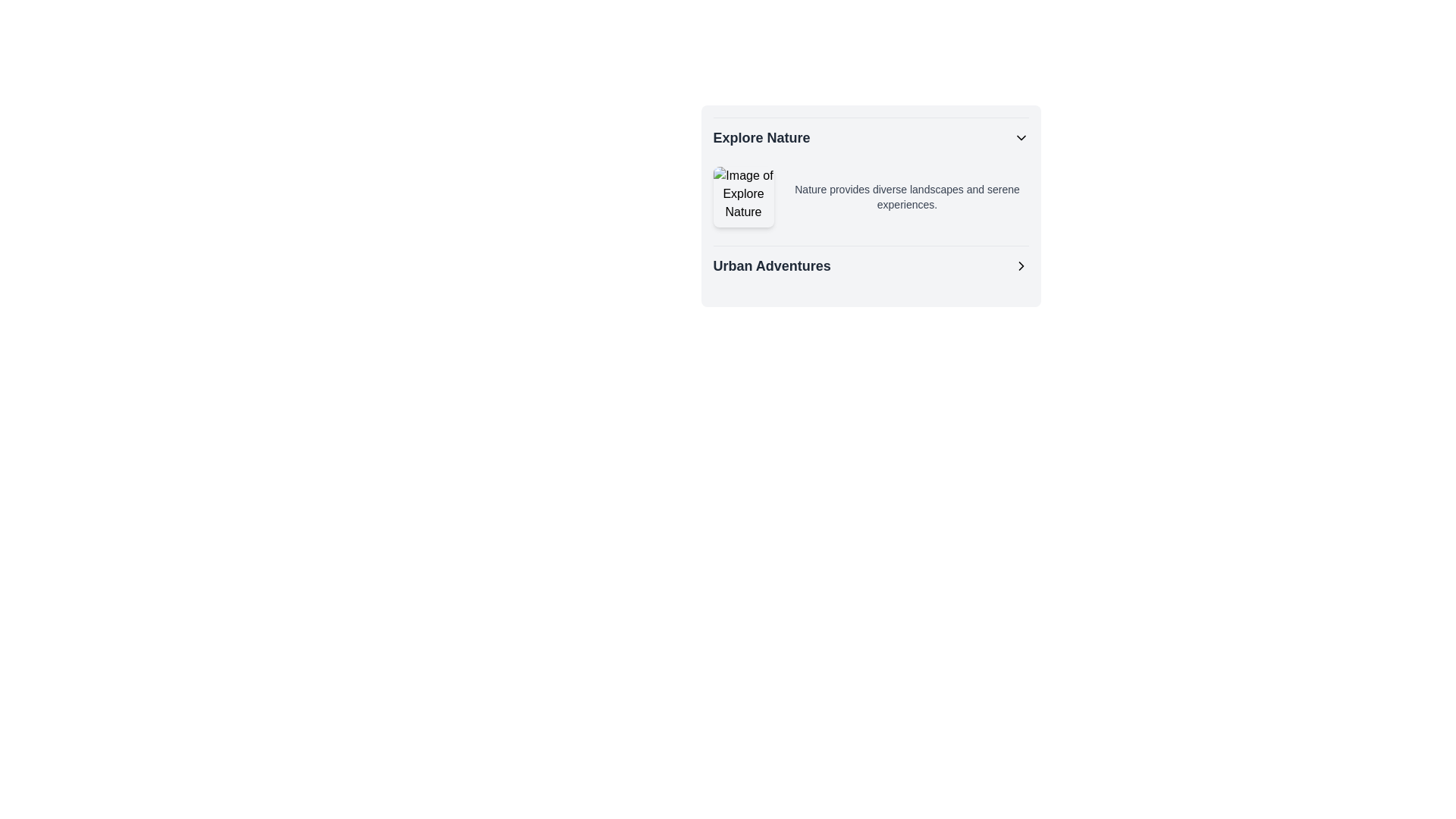  Describe the element at coordinates (1021, 265) in the screenshot. I see `the right-pointing chevron icon indicating navigational action for the 'Urban Adventures' section` at that location.